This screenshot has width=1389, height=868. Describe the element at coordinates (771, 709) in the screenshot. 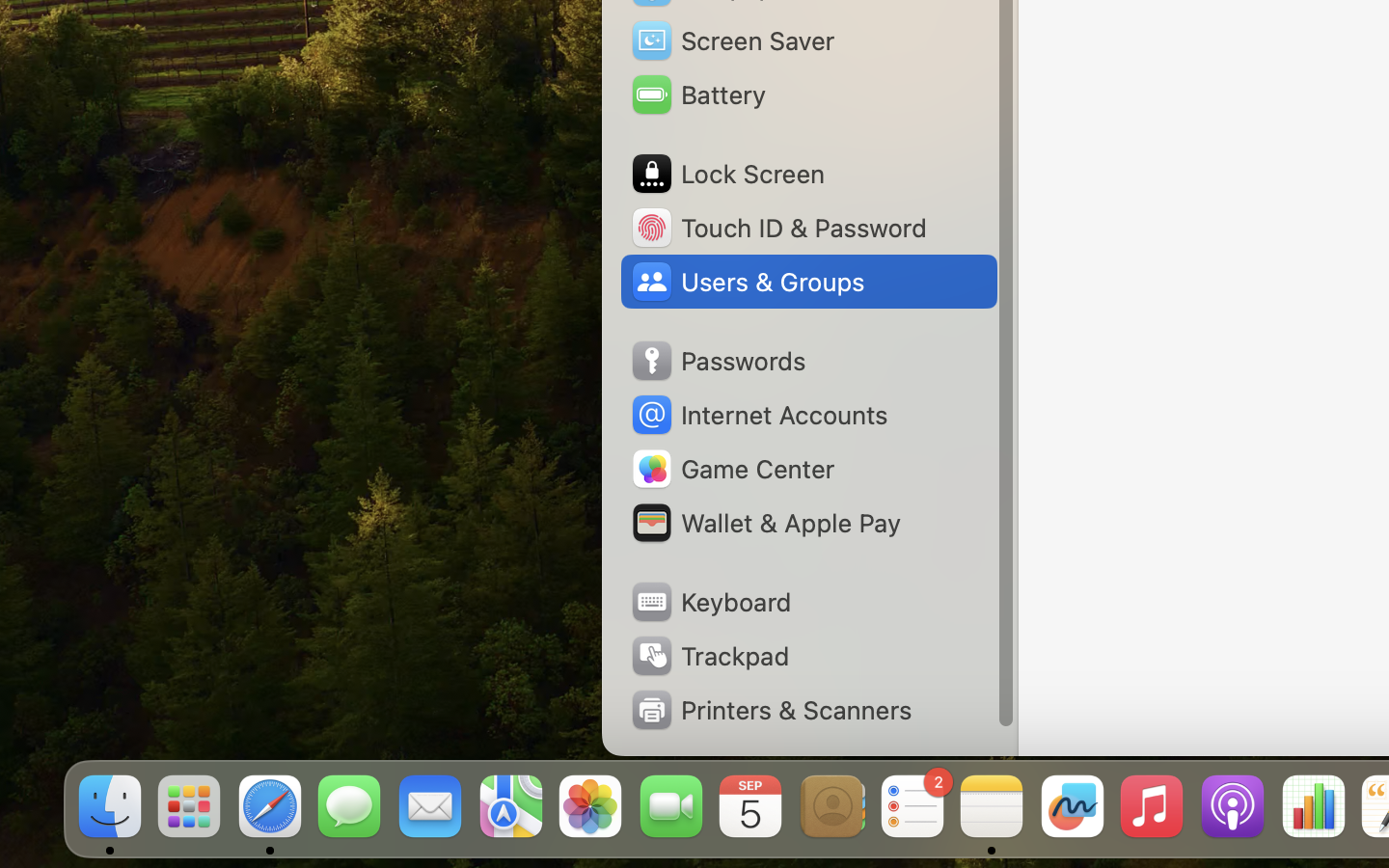

I see `'Printers & Scanners'` at that location.